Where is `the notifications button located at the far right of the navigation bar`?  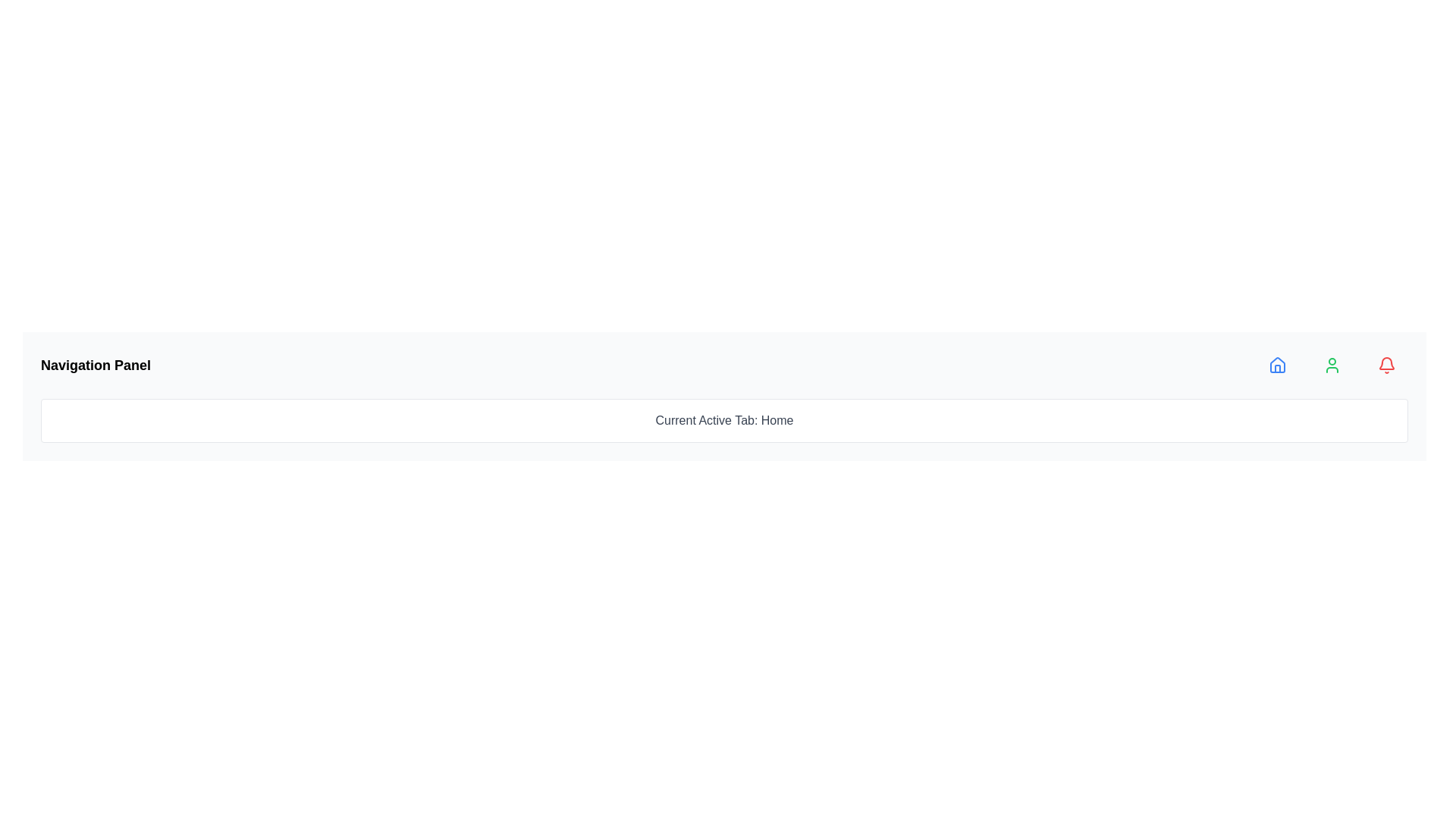
the notifications button located at the far right of the navigation bar is located at coordinates (1386, 366).